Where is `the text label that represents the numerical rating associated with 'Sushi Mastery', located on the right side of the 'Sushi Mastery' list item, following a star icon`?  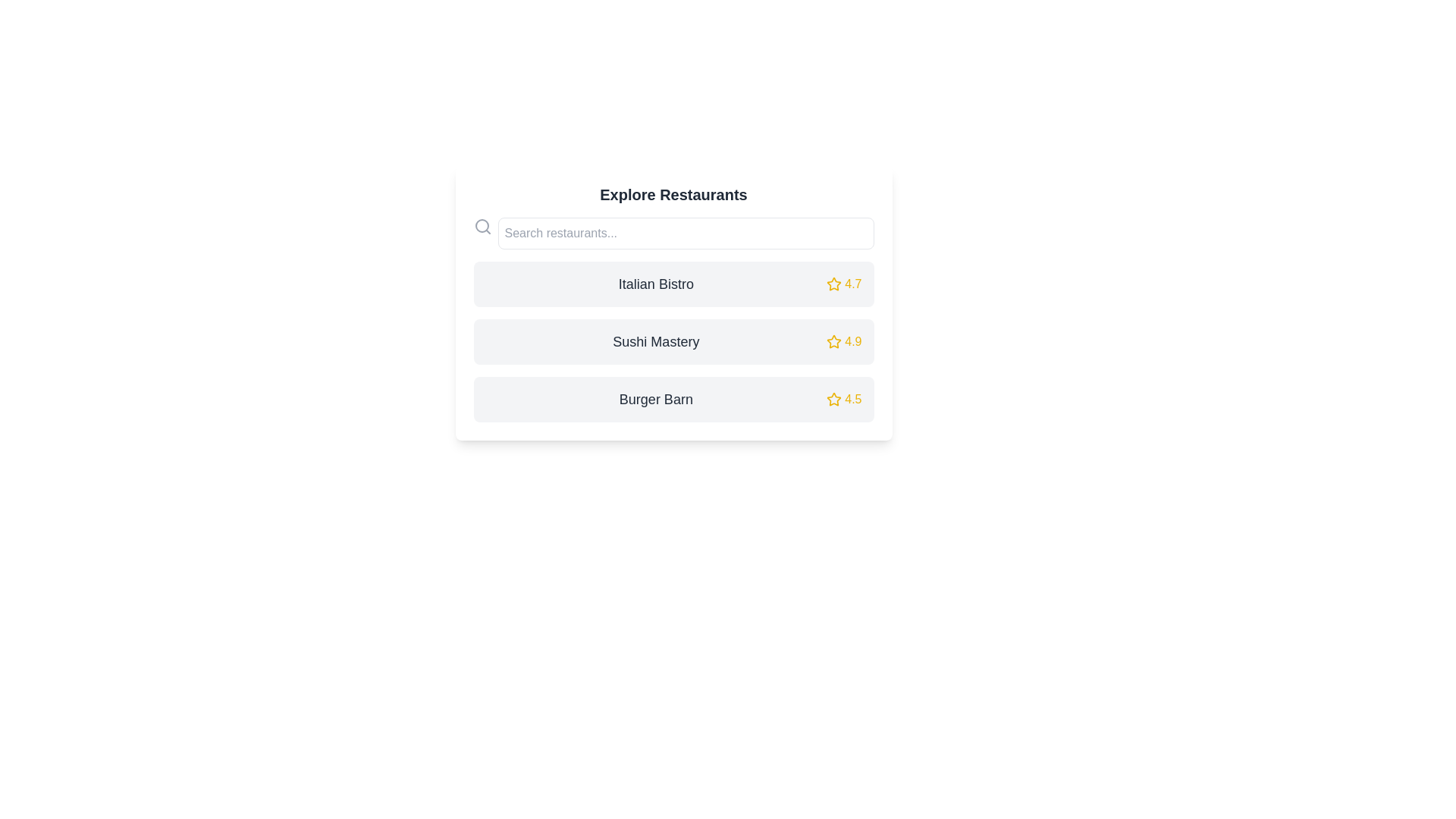 the text label that represents the numerical rating associated with 'Sushi Mastery', located on the right side of the 'Sushi Mastery' list item, following a star icon is located at coordinates (853, 342).